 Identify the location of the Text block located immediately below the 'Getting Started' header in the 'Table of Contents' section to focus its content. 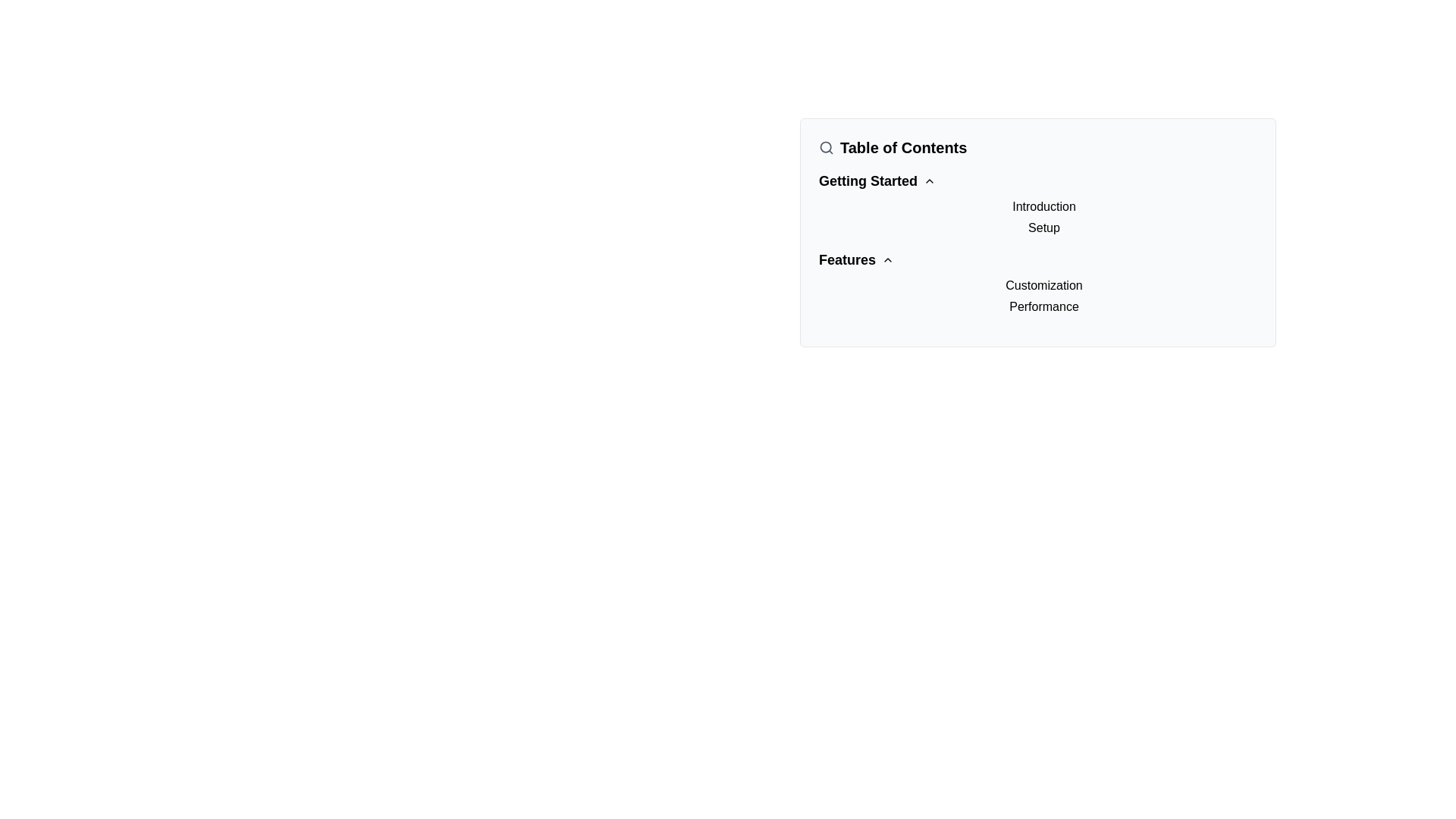
(1037, 203).